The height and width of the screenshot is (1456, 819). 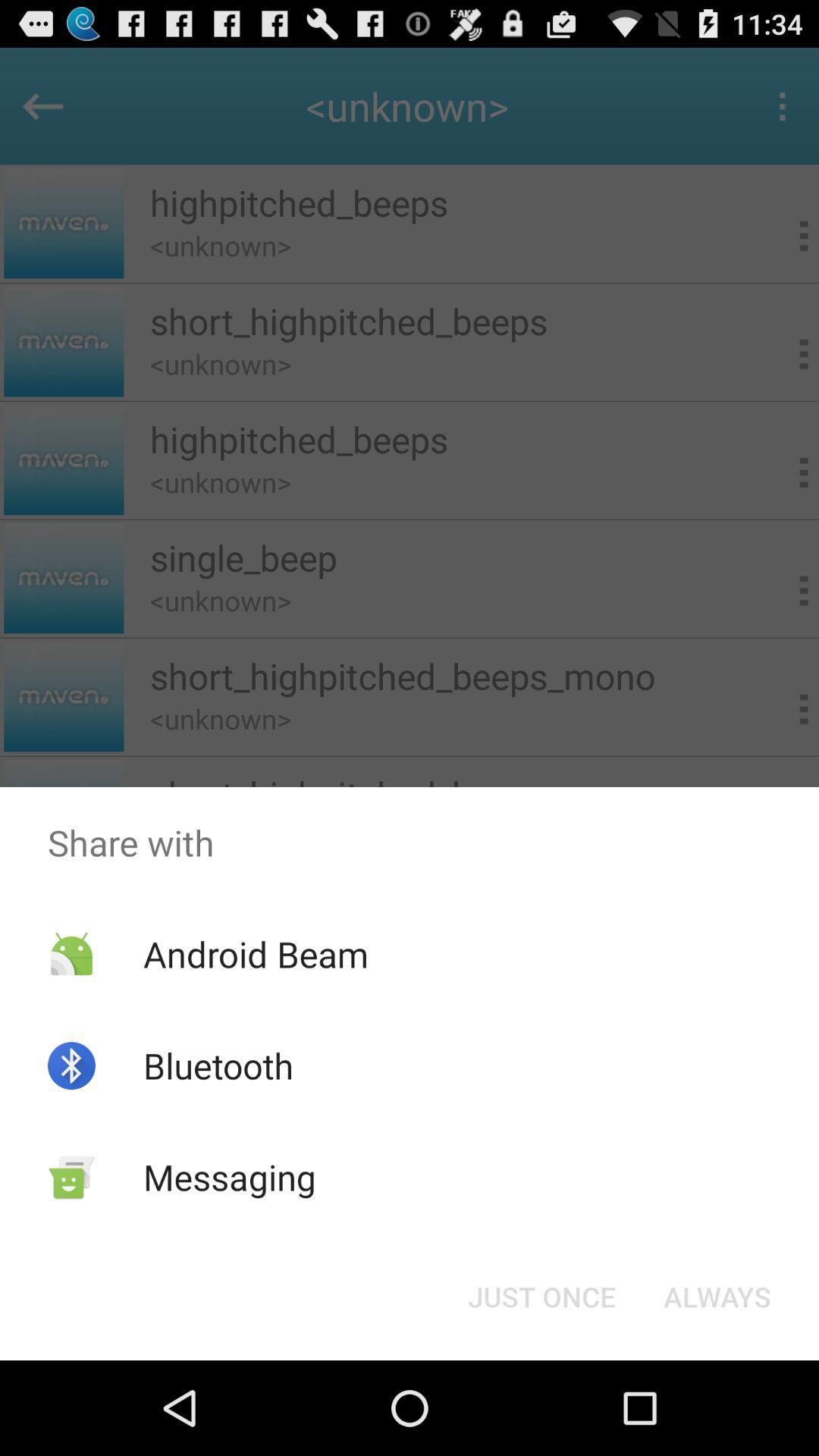 What do you see at coordinates (230, 1176) in the screenshot?
I see `the messaging icon` at bounding box center [230, 1176].